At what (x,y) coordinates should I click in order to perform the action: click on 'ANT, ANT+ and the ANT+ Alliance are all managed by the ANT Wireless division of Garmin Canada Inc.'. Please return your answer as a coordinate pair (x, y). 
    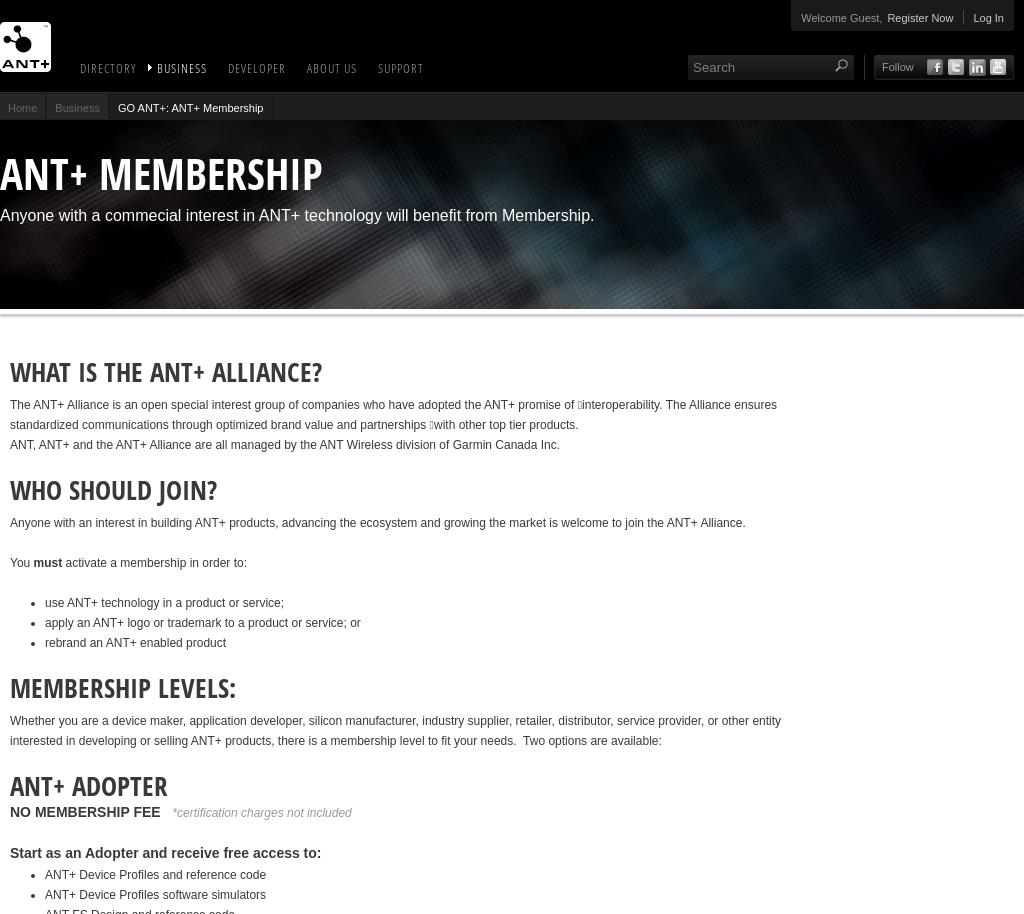
    Looking at the image, I should click on (284, 444).